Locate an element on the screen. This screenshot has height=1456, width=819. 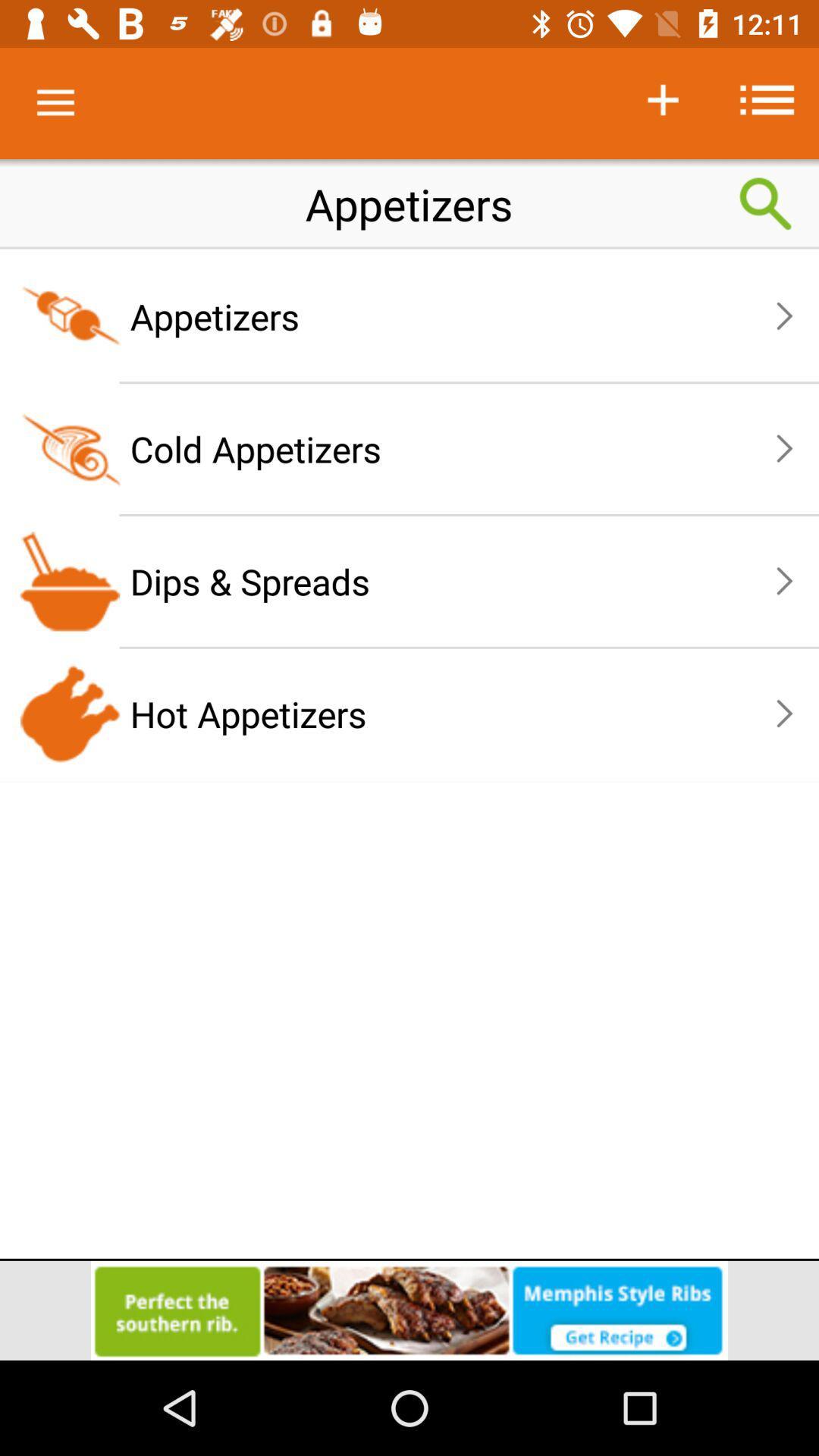
the search icon is located at coordinates (766, 203).